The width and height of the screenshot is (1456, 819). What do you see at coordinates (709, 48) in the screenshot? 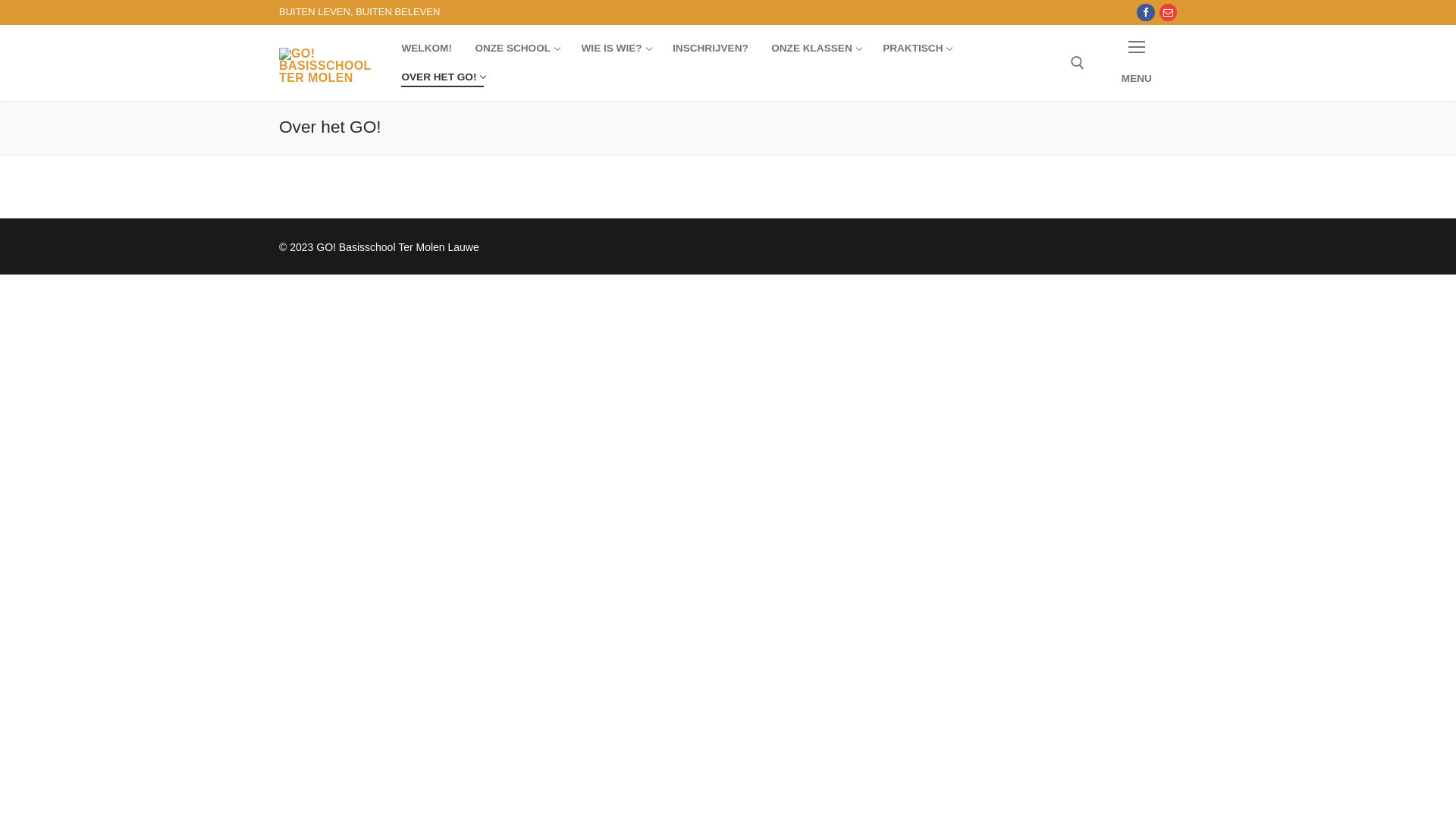
I see `'INSCHRIJVEN?'` at bounding box center [709, 48].